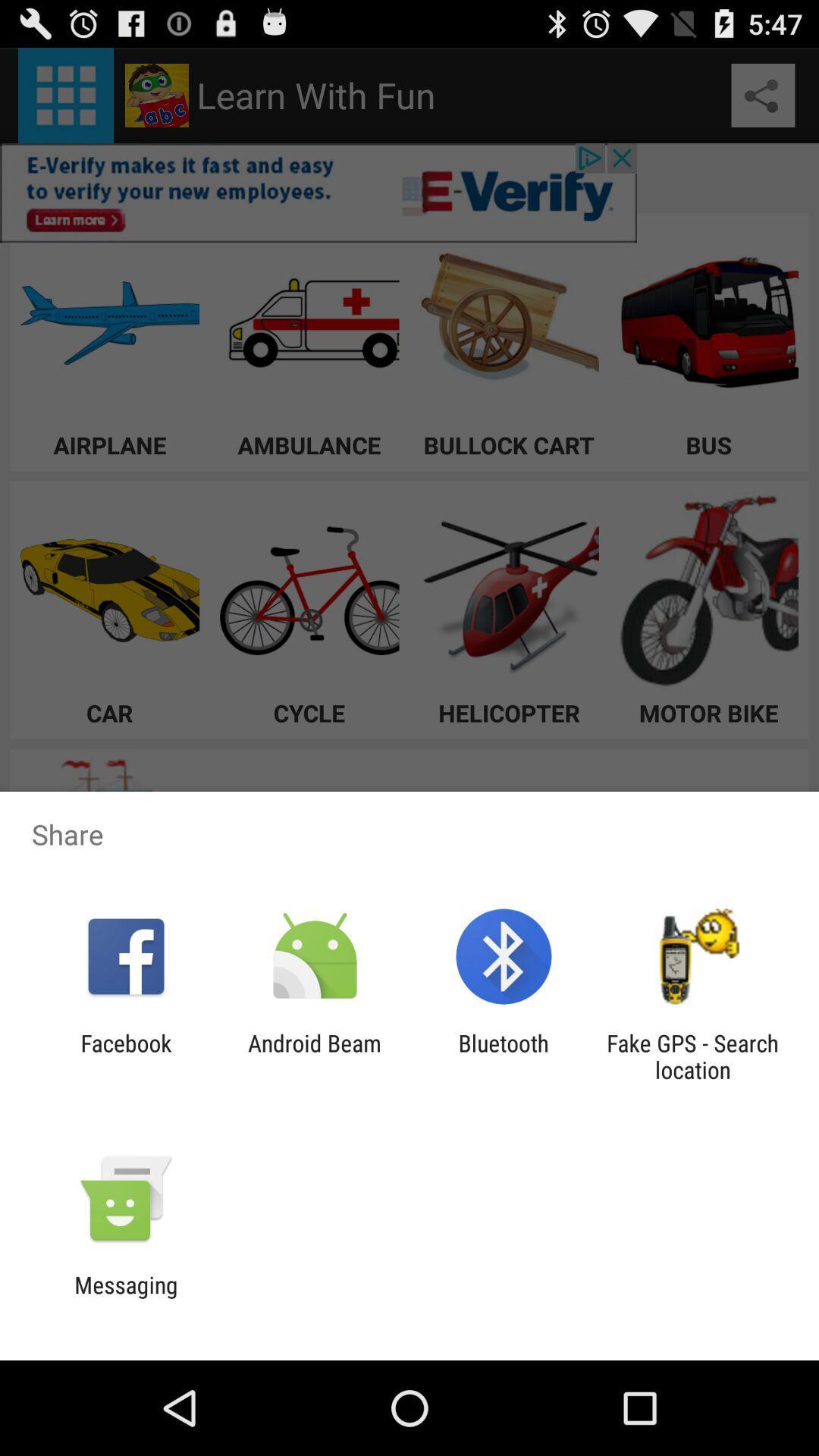 Image resolution: width=819 pixels, height=1456 pixels. Describe the element at coordinates (314, 1056) in the screenshot. I see `android beam item` at that location.